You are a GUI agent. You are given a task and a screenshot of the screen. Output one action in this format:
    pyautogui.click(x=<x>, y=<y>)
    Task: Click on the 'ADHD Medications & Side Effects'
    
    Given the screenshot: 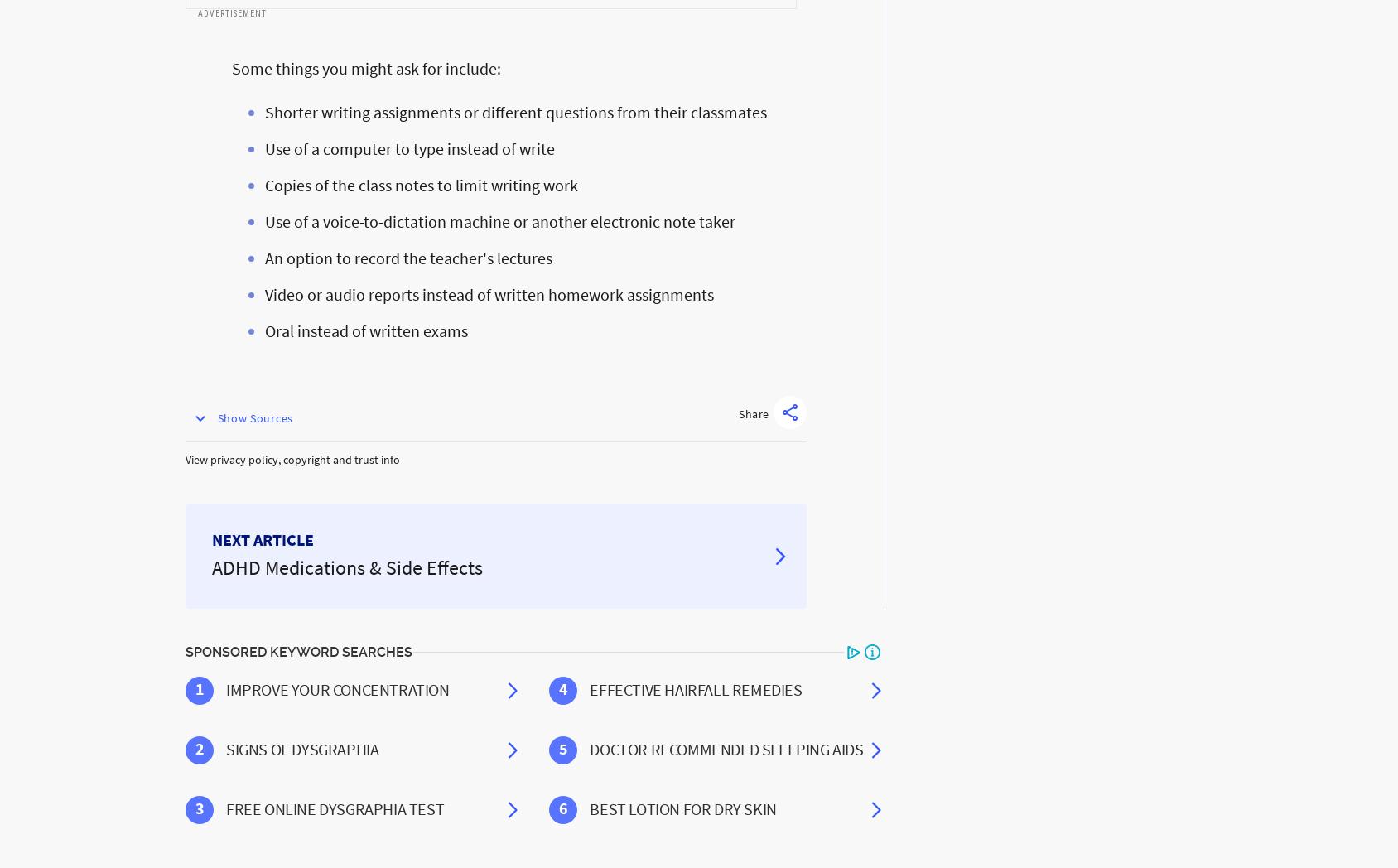 What is the action you would take?
    pyautogui.click(x=347, y=567)
    